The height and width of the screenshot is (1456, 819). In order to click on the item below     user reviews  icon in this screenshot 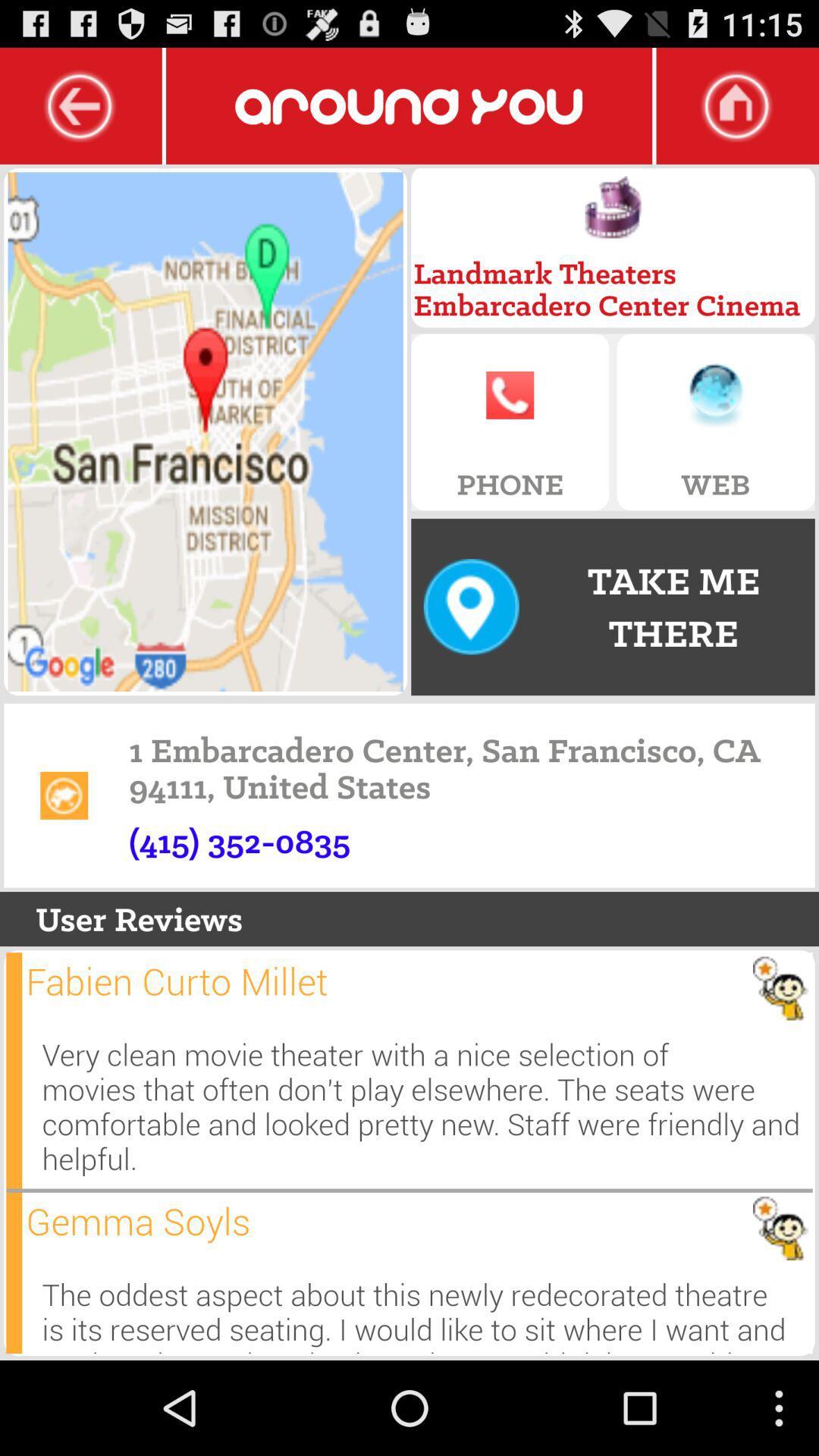, I will do `click(176, 981)`.